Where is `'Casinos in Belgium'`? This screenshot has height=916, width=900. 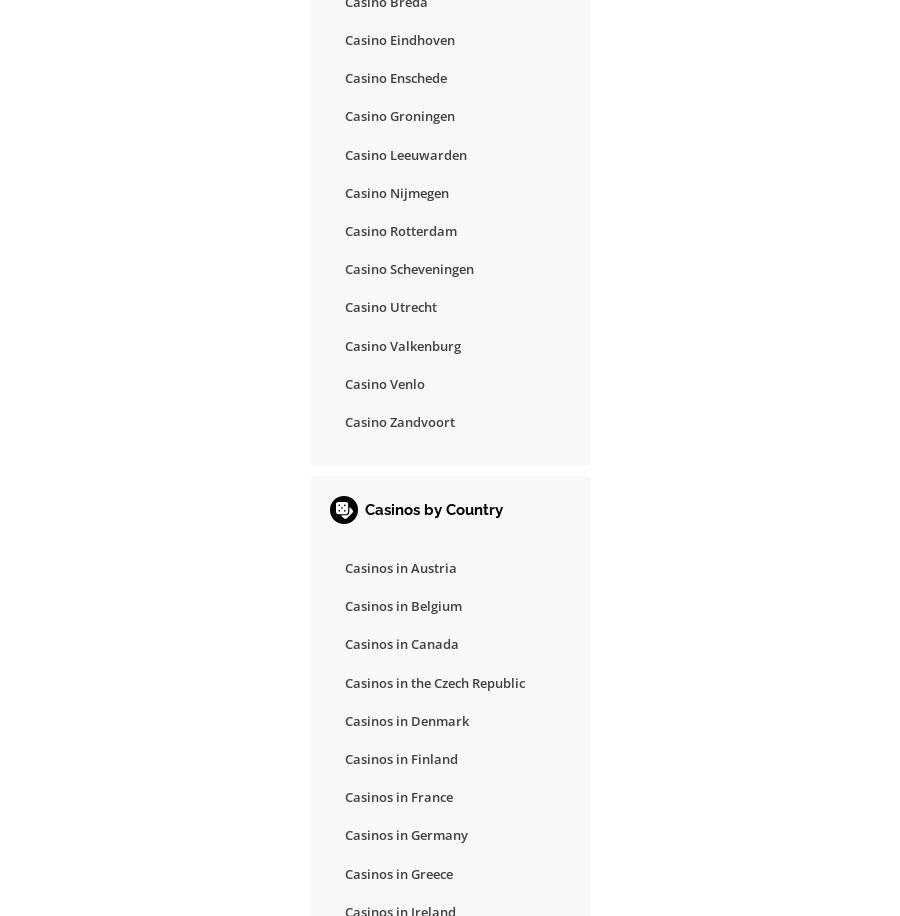 'Casinos in Belgium' is located at coordinates (344, 606).